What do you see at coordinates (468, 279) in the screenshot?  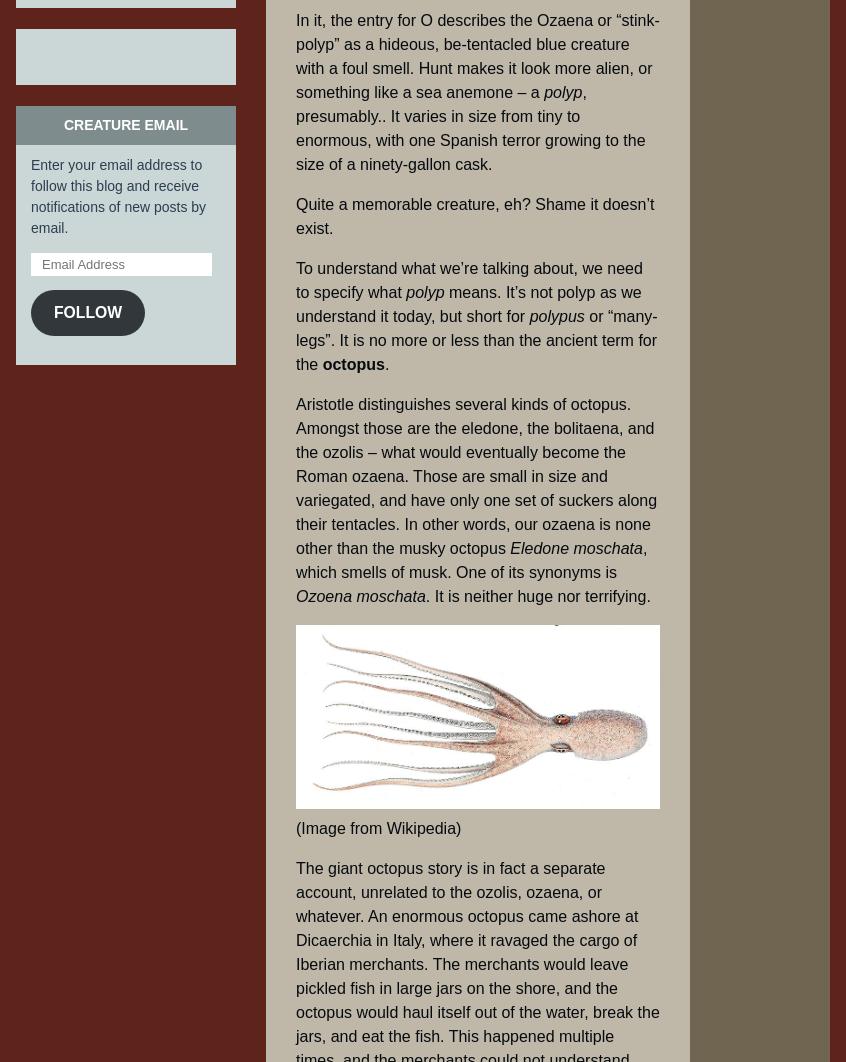 I see `'To understand what we’re talking about, we need to specify what'` at bounding box center [468, 279].